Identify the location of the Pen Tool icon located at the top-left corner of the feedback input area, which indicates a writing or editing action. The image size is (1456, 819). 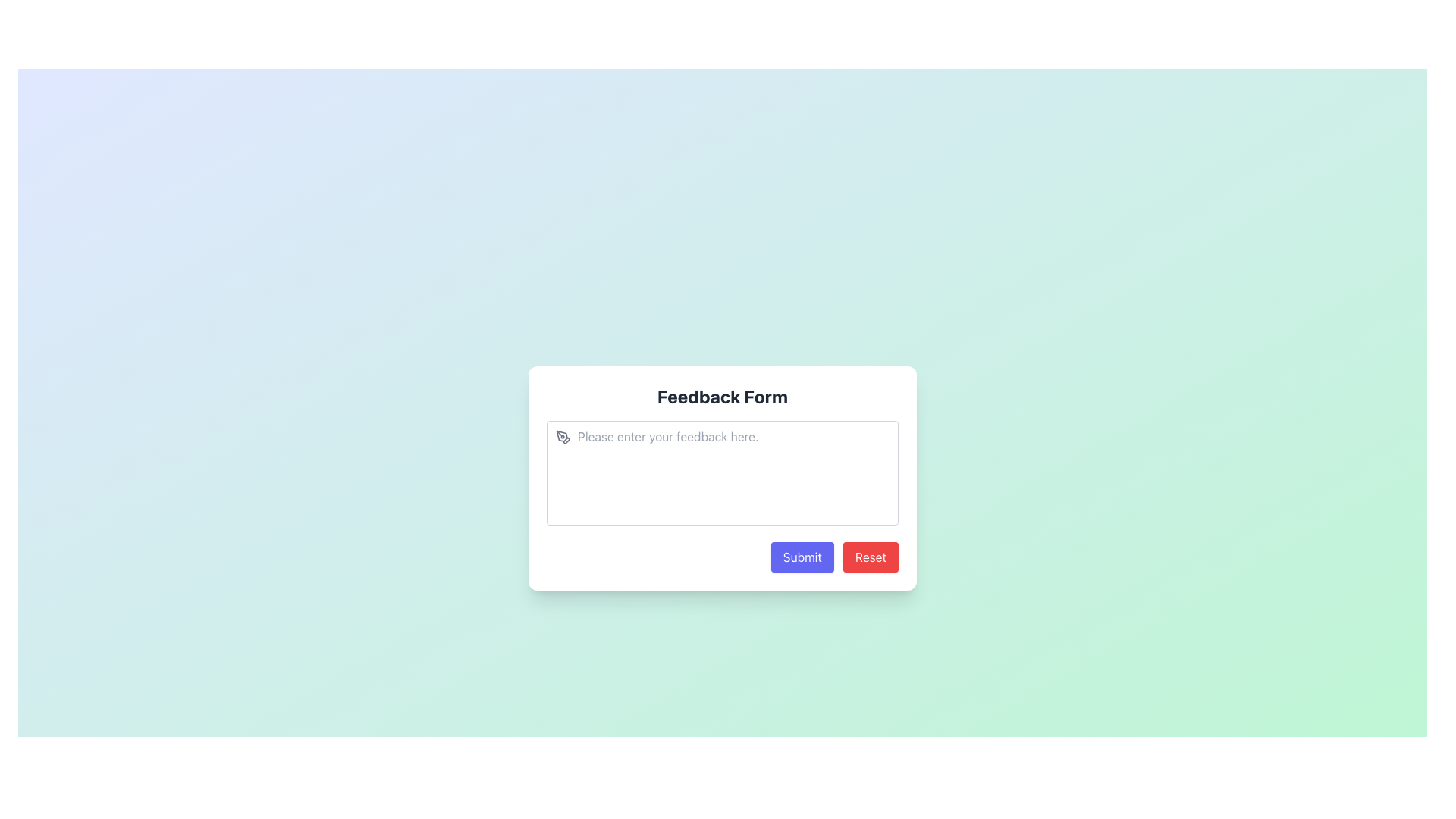
(563, 438).